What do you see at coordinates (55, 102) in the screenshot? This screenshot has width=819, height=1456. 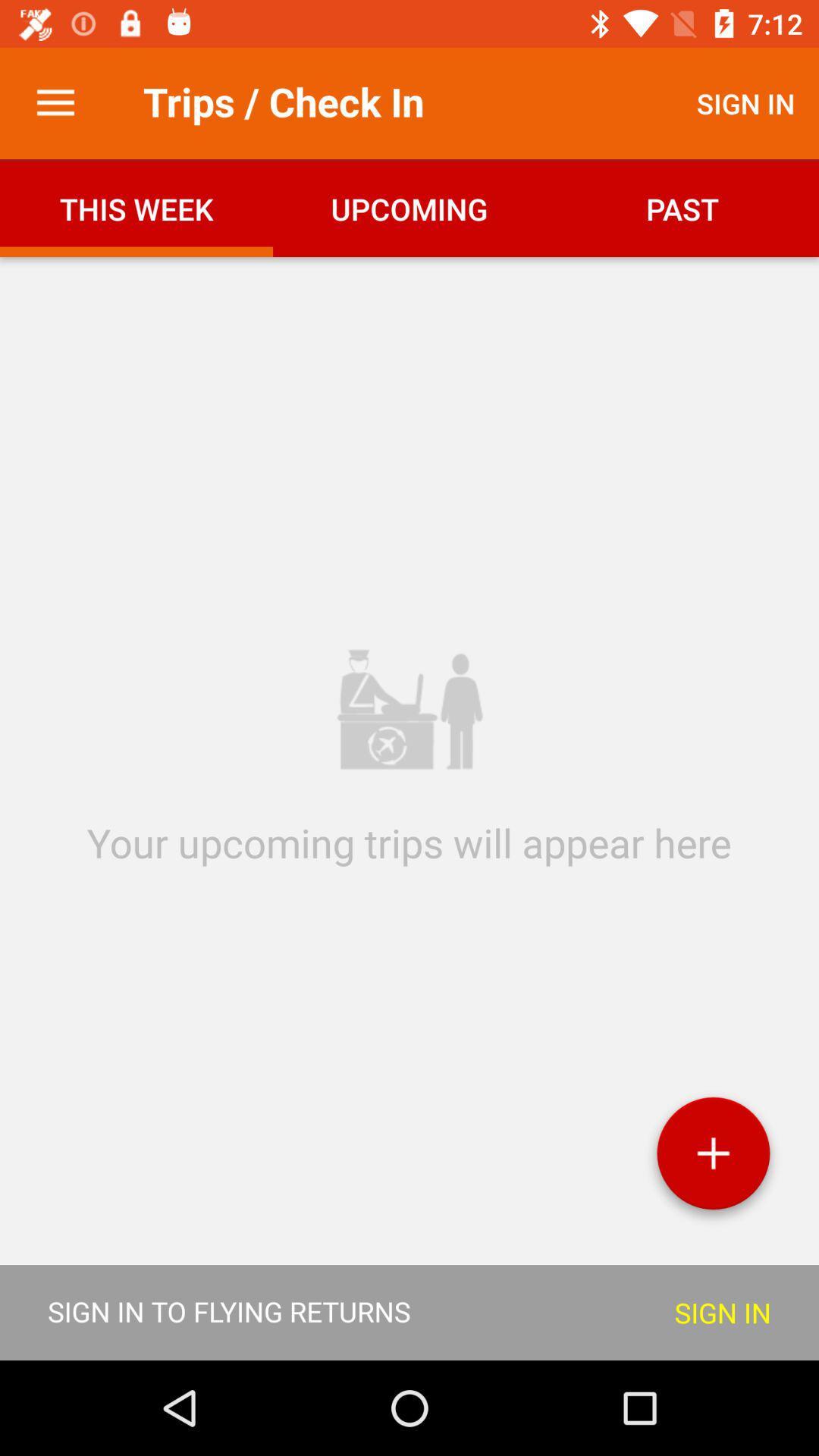 I see `the icon next to trips / check in item` at bounding box center [55, 102].